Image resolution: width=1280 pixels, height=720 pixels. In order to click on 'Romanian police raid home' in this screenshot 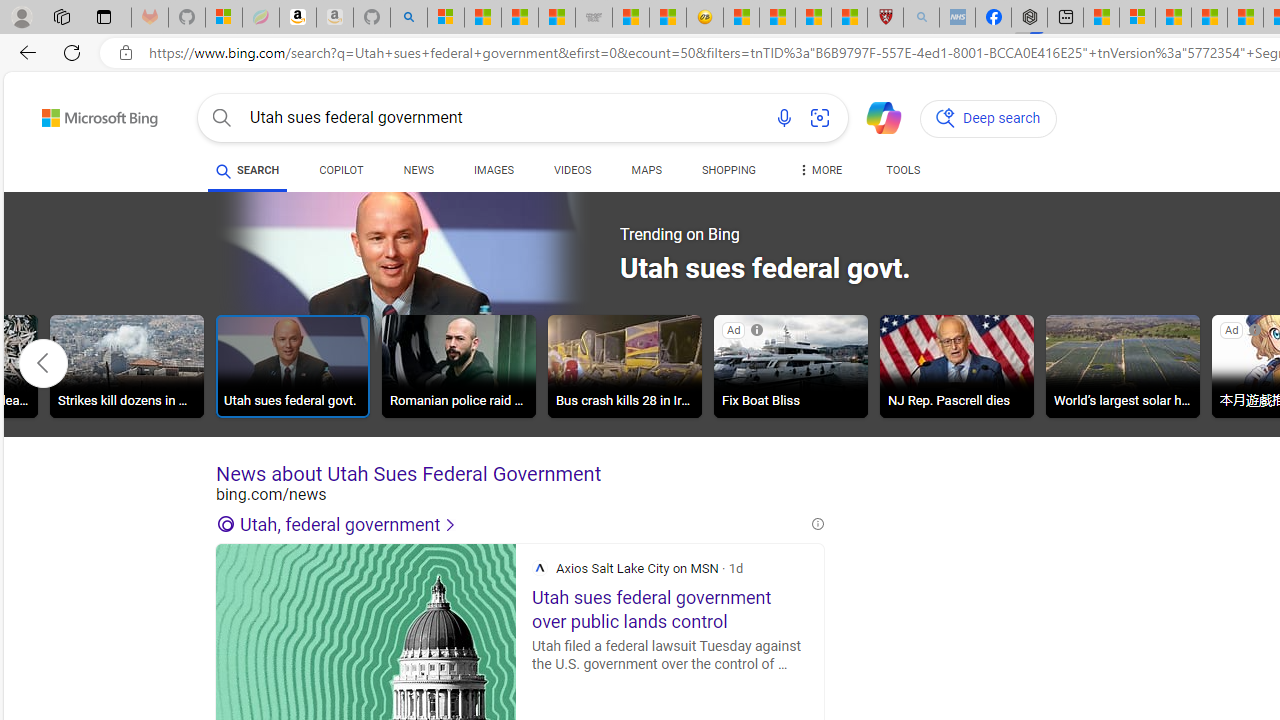, I will do `click(457, 369)`.